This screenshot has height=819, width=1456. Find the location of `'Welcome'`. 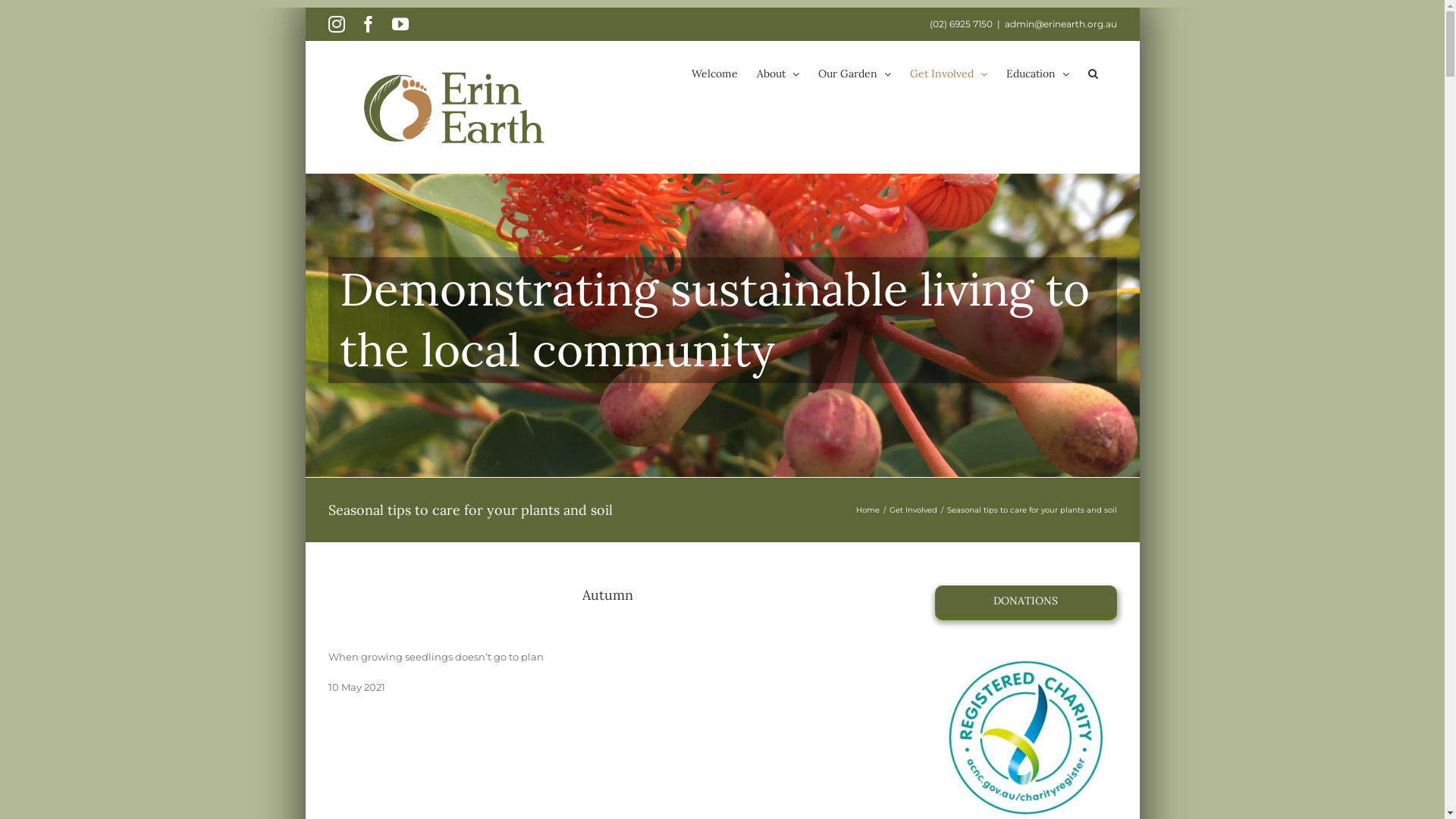

'Welcome' is located at coordinates (691, 73).